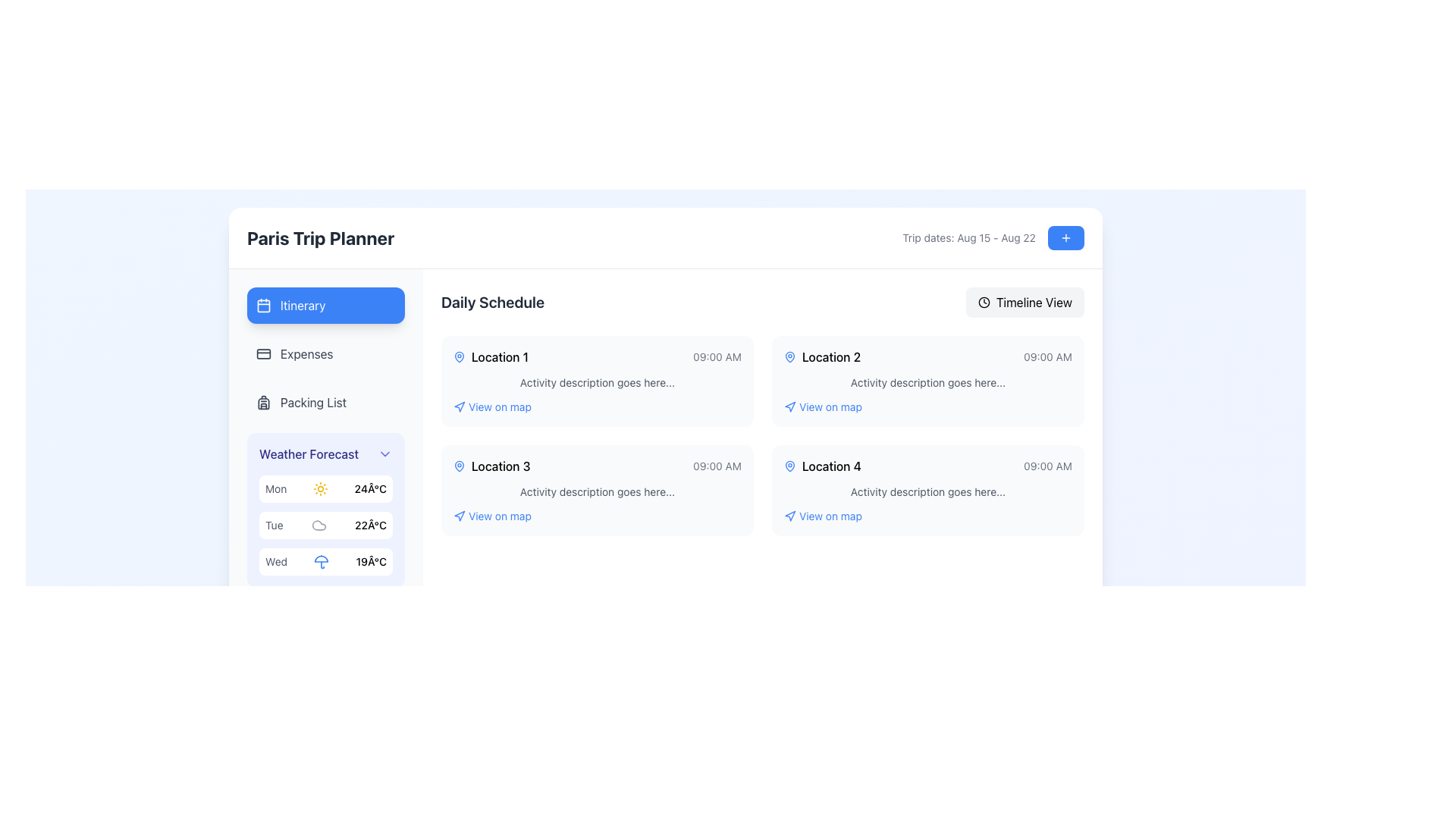 The height and width of the screenshot is (819, 1456). Describe the element at coordinates (491, 356) in the screenshot. I see `the icon of the Label with icon (text and graphic combination) indicating the scheduled location for an event in the Daily Schedule section` at that location.